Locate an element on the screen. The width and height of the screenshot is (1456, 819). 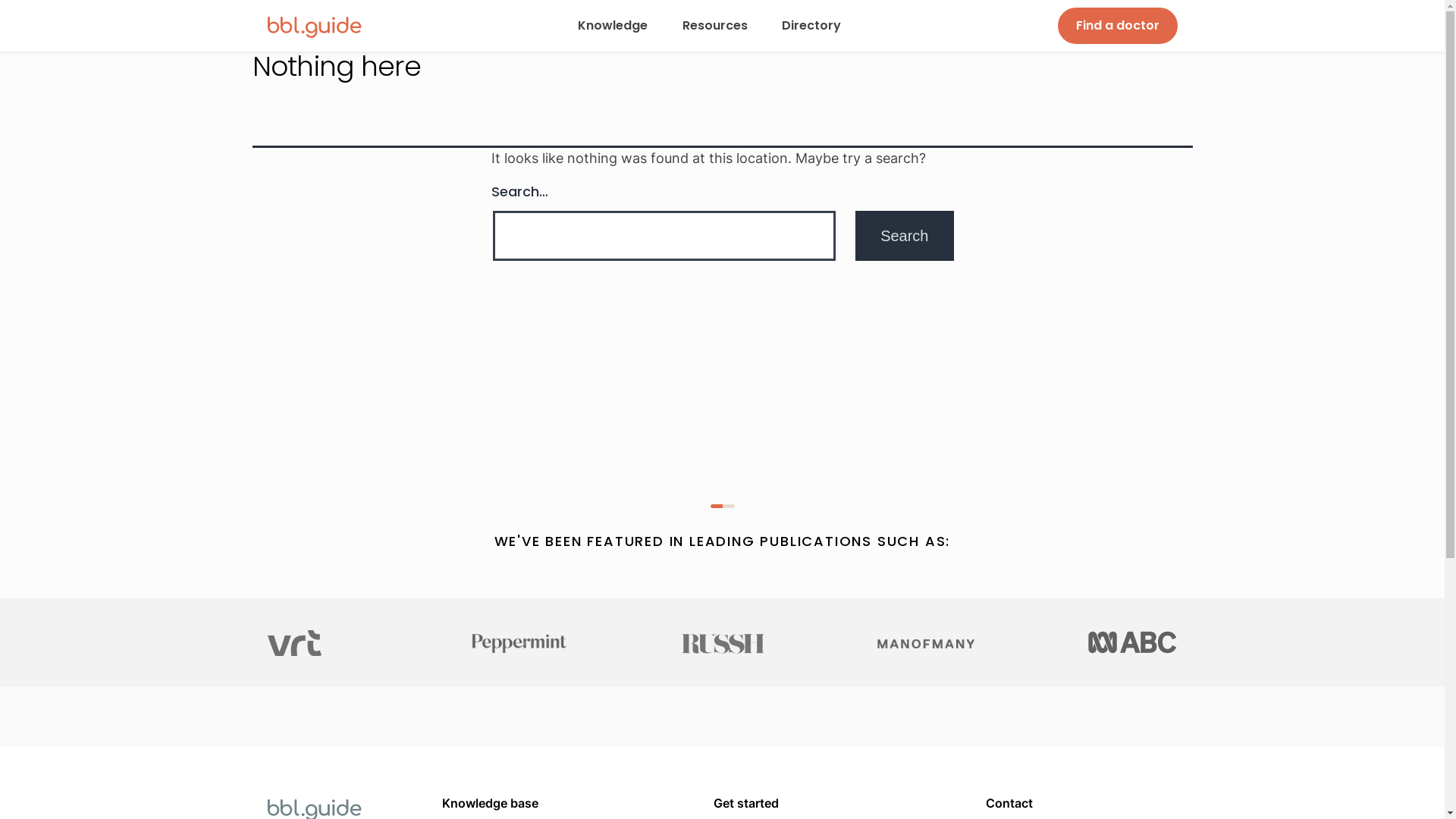
'Directory' is located at coordinates (779, 26).